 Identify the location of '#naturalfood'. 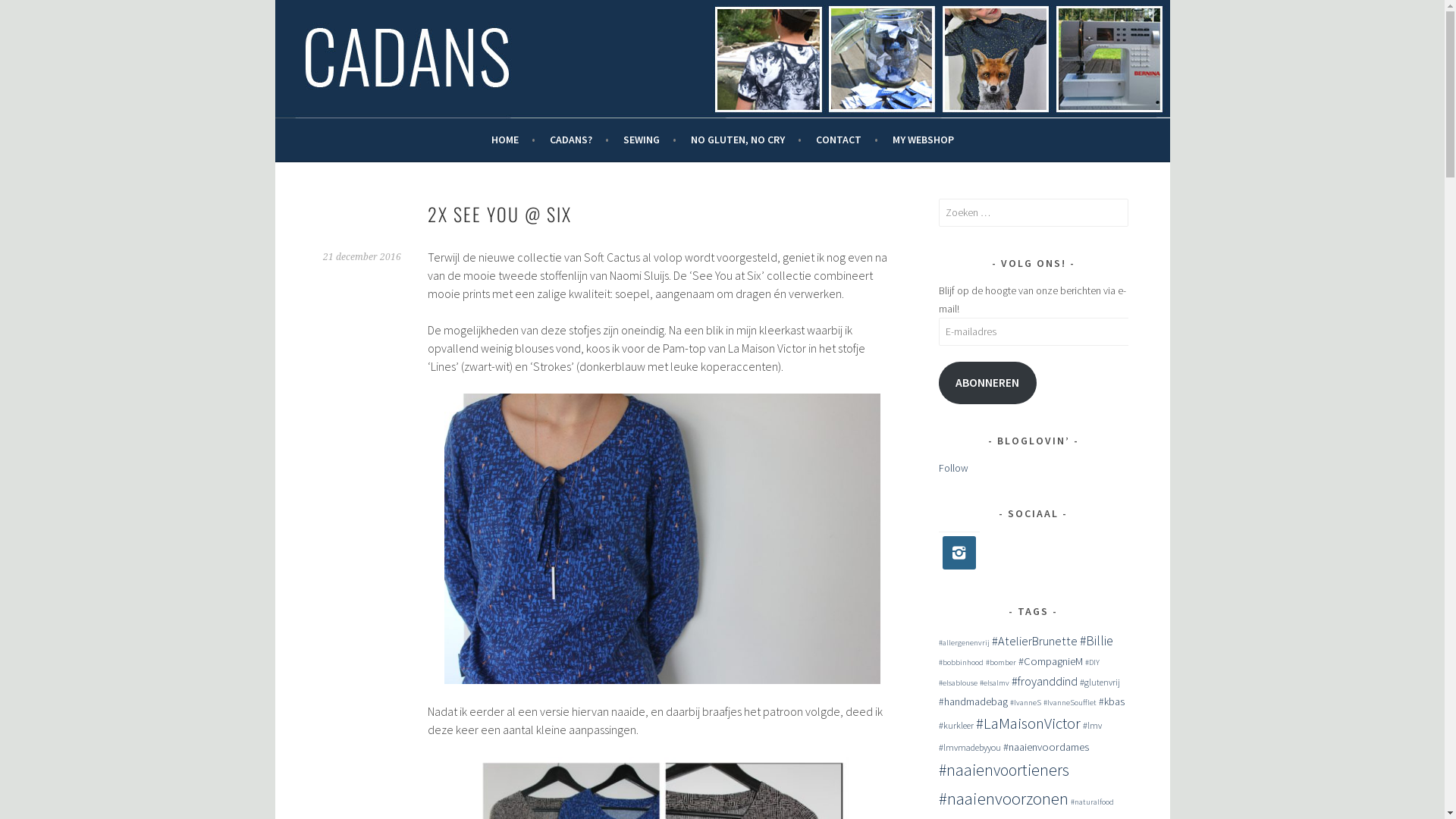
(1092, 801).